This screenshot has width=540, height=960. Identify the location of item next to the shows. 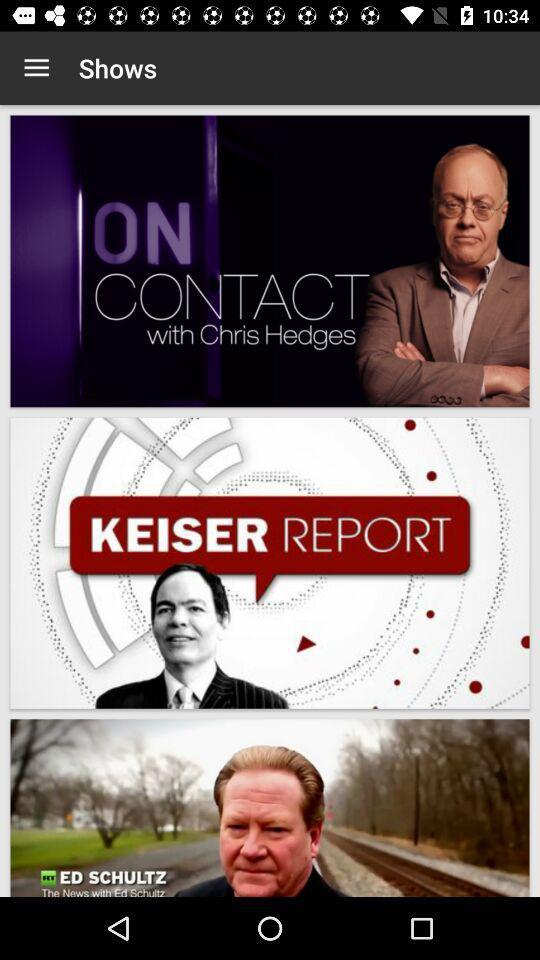
(36, 68).